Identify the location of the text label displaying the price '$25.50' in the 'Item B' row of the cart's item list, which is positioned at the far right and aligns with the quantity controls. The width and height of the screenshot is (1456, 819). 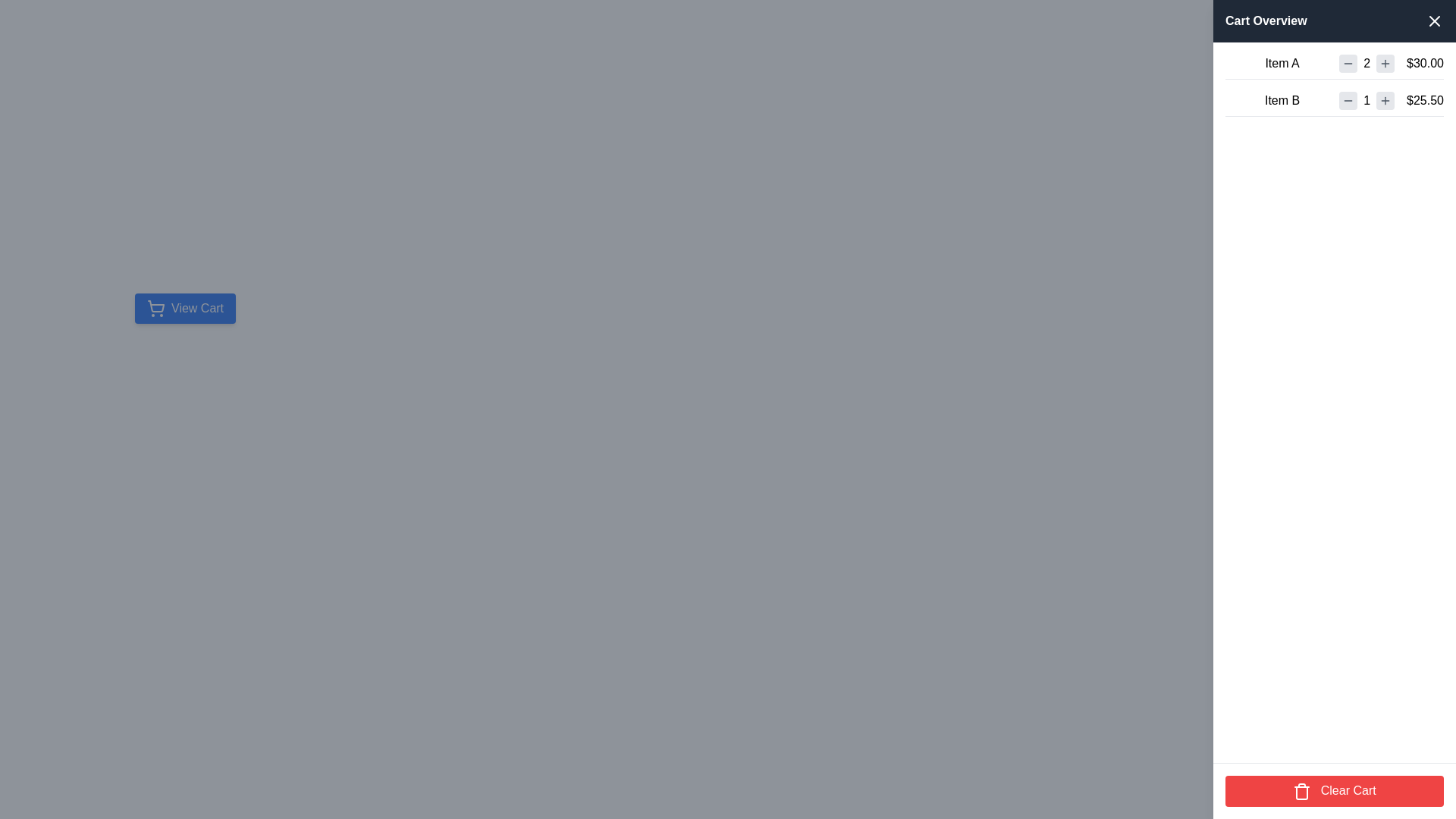
(1424, 100).